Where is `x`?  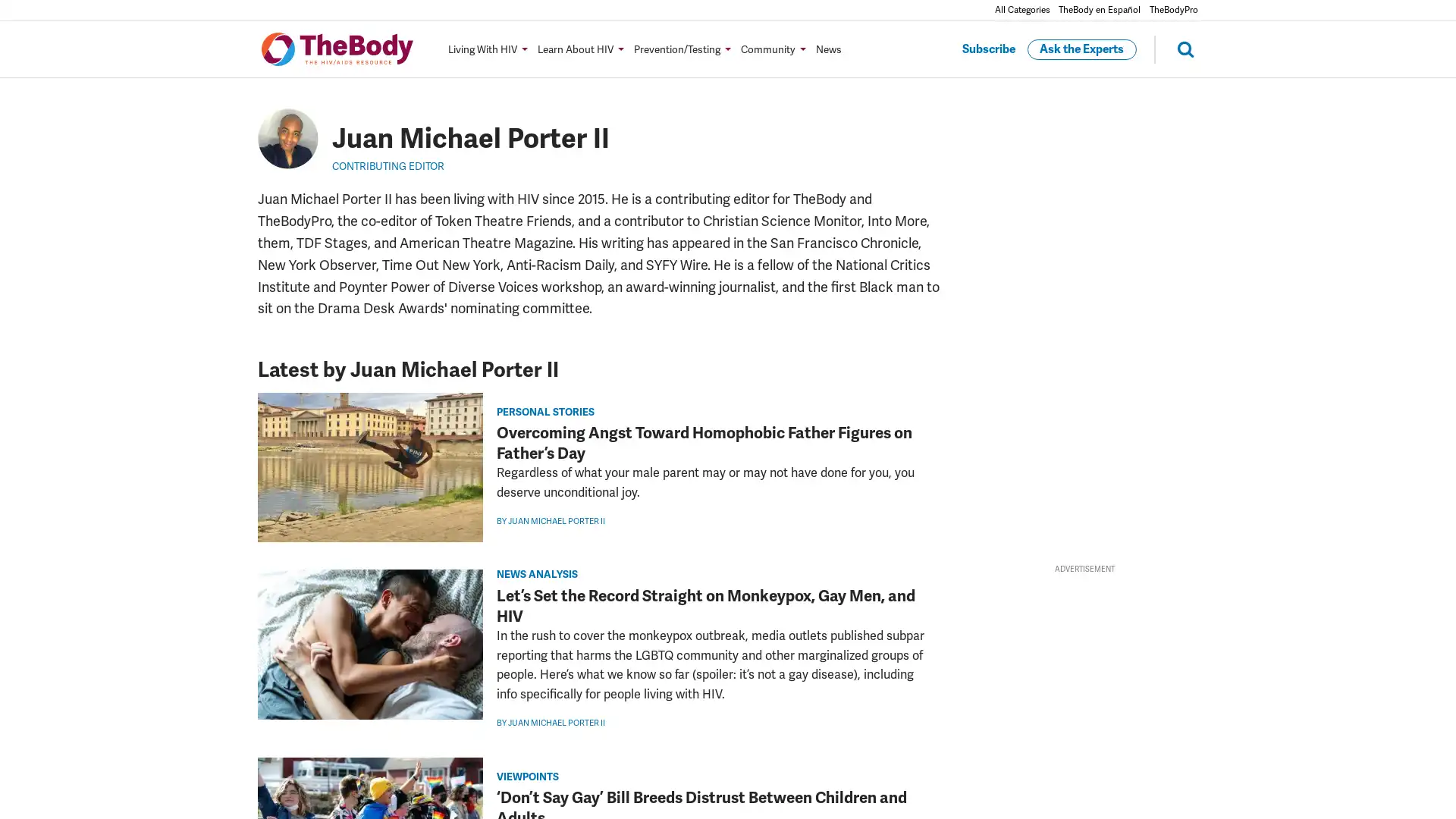 x is located at coordinates (237, 595).